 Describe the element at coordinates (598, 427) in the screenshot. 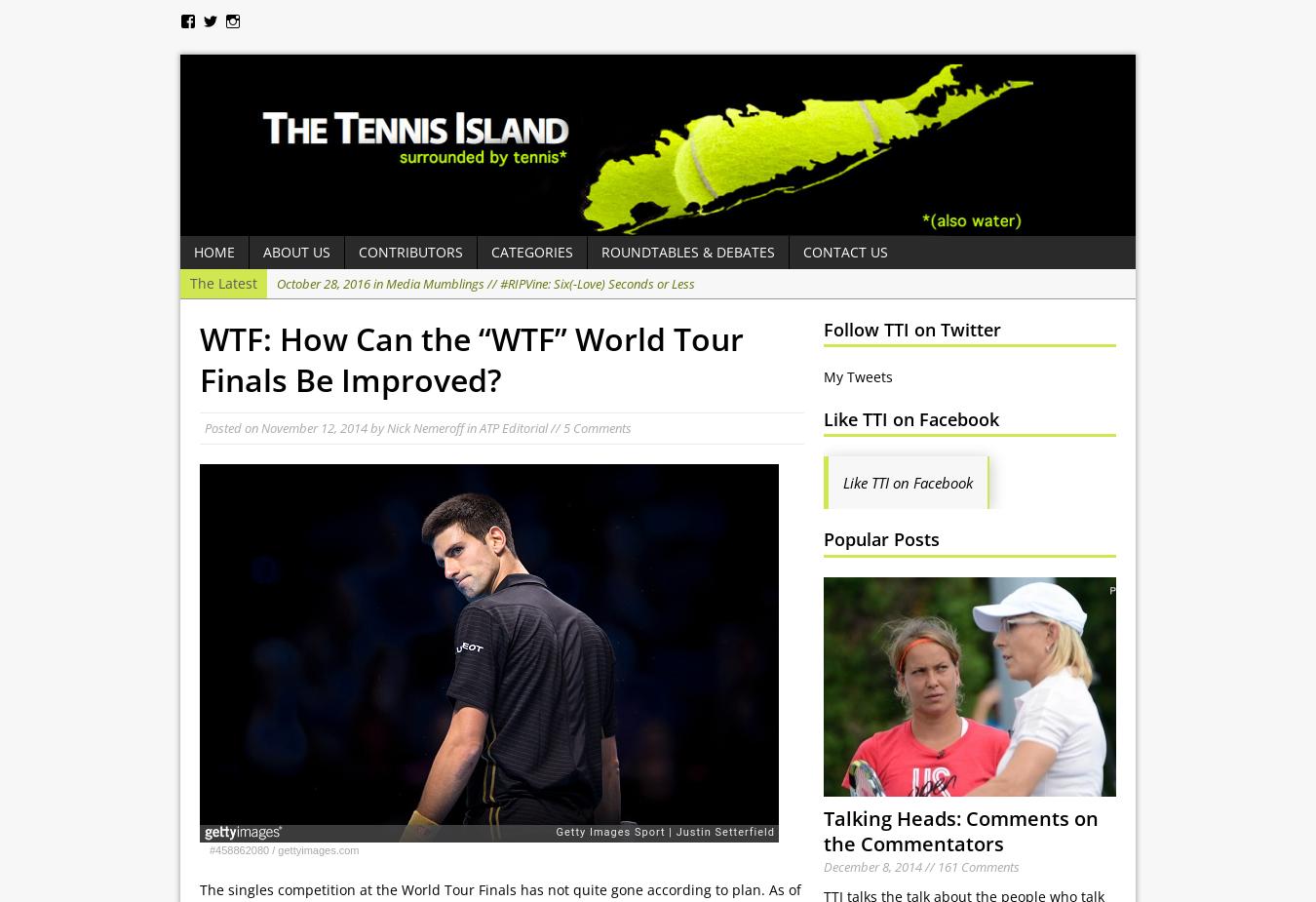

I see `'5 Comments'` at that location.